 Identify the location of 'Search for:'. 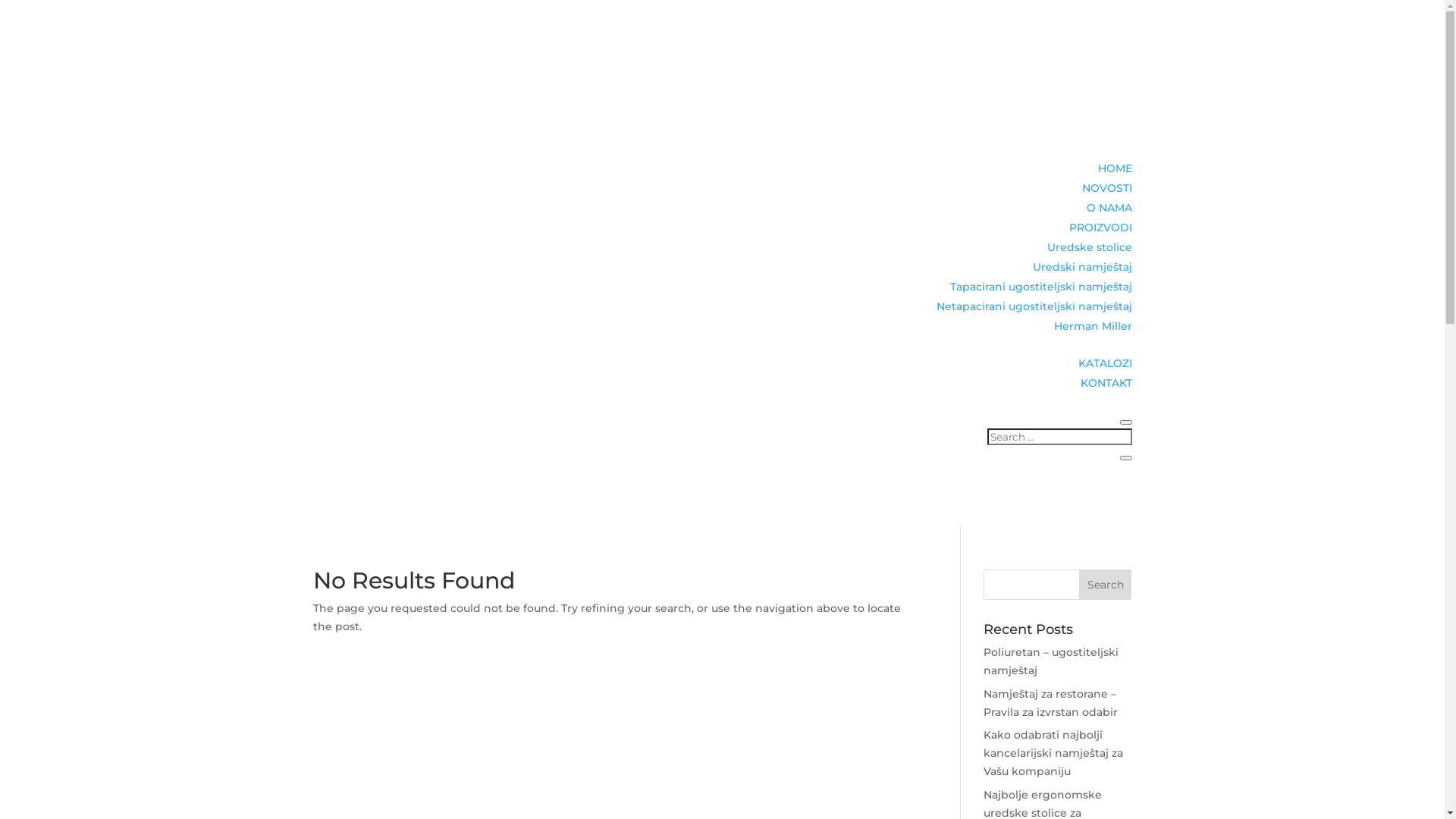
(1059, 436).